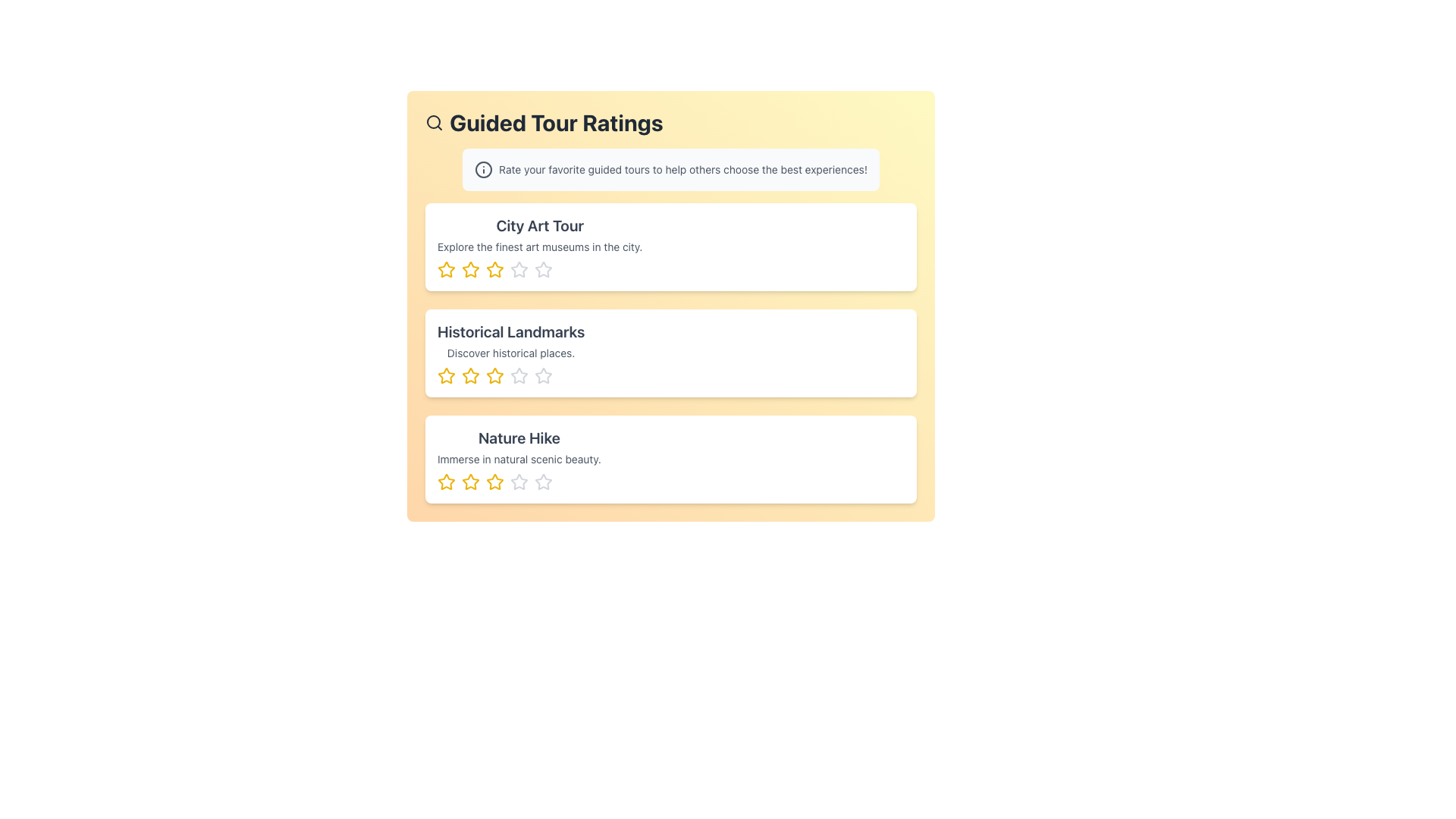  What do you see at coordinates (446, 482) in the screenshot?
I see `the first Rating Star Icon for the 'Nature Hike' guided tour to set or change the rating` at bounding box center [446, 482].